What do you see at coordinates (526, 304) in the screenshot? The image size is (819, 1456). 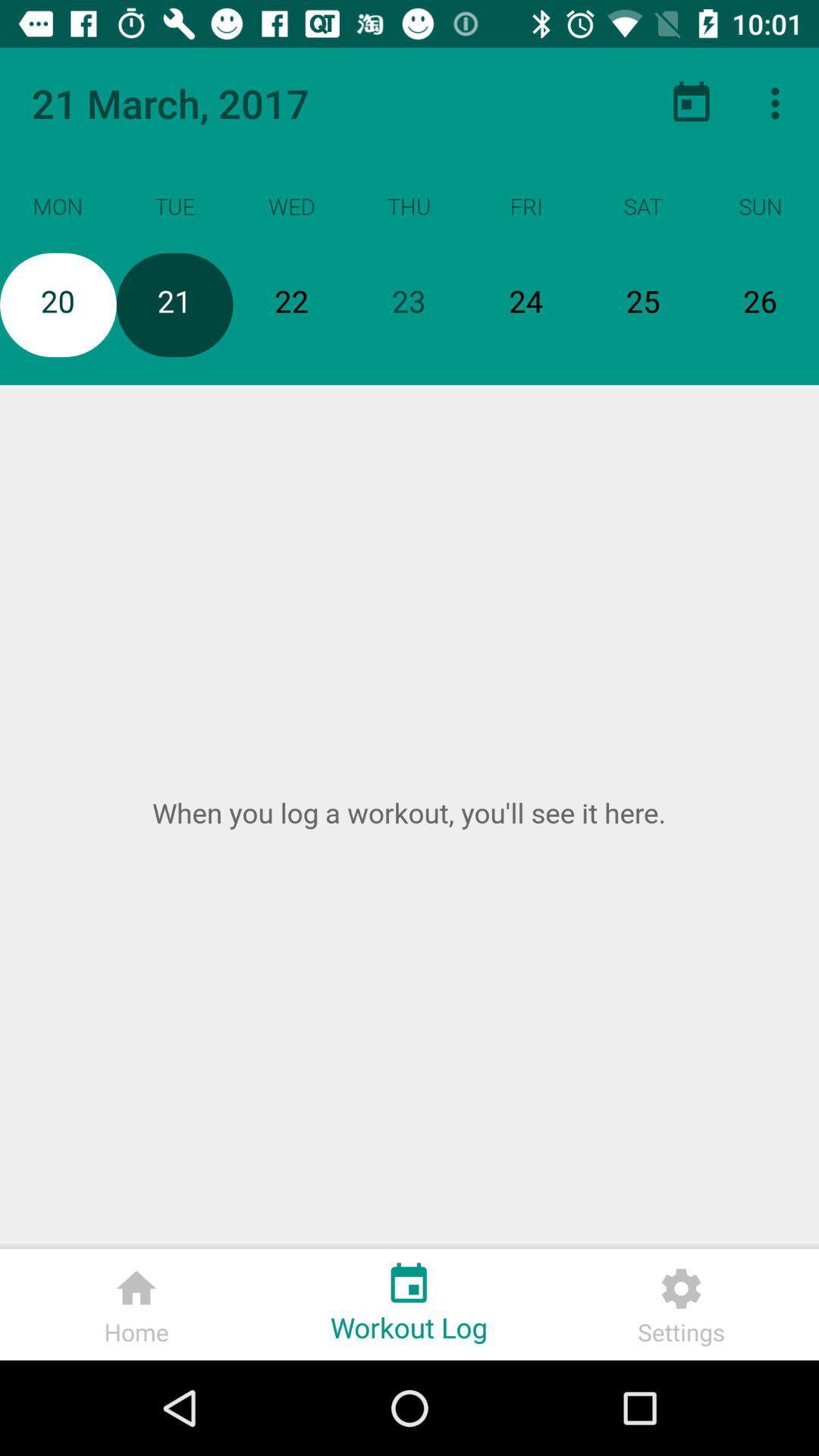 I see `the number 24 shown below fri` at bounding box center [526, 304].